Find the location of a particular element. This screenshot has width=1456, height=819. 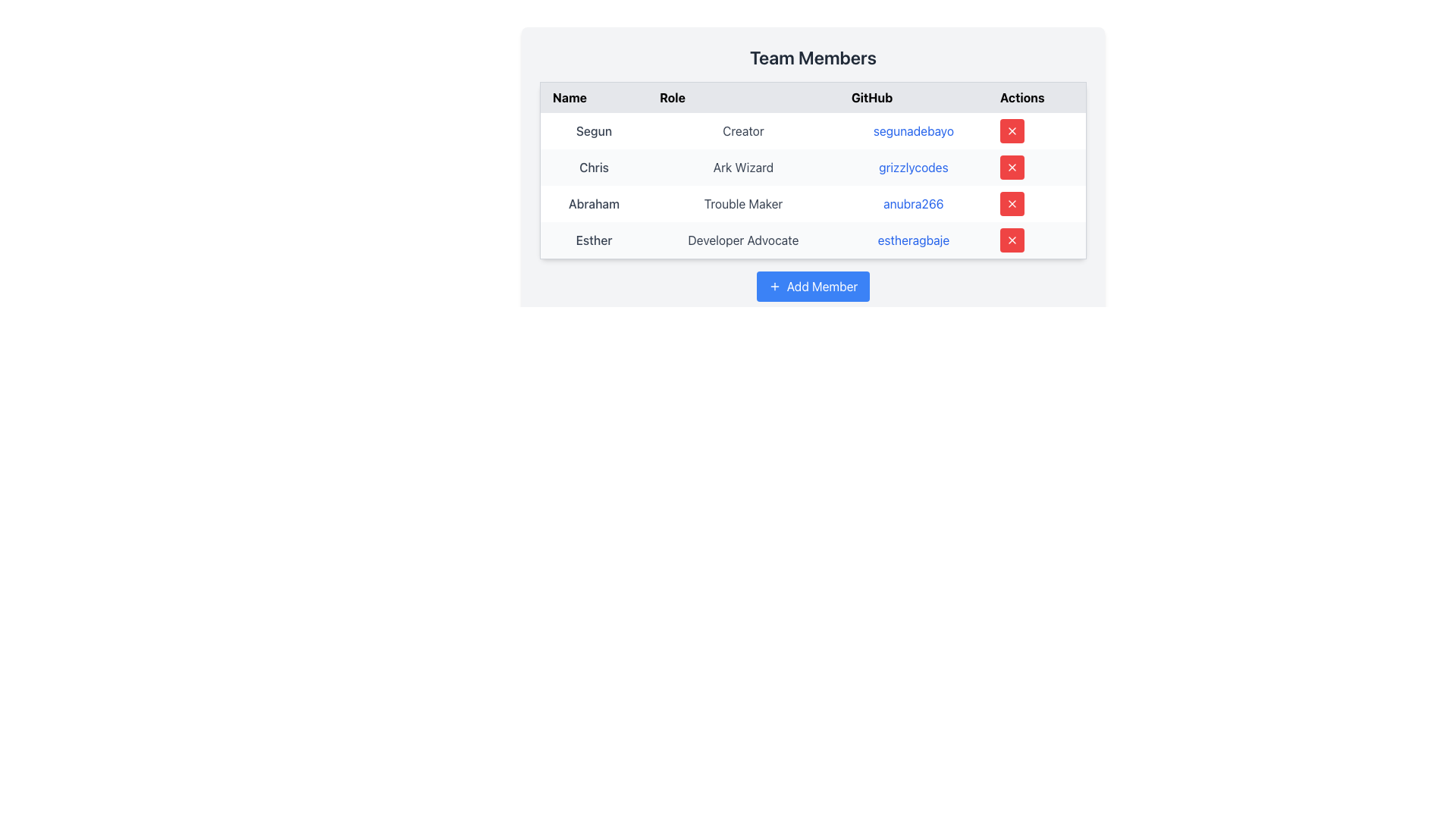

the red button with a white cross icon in the 'Actions' column of the last row in the 'Team Members' table is located at coordinates (1012, 239).